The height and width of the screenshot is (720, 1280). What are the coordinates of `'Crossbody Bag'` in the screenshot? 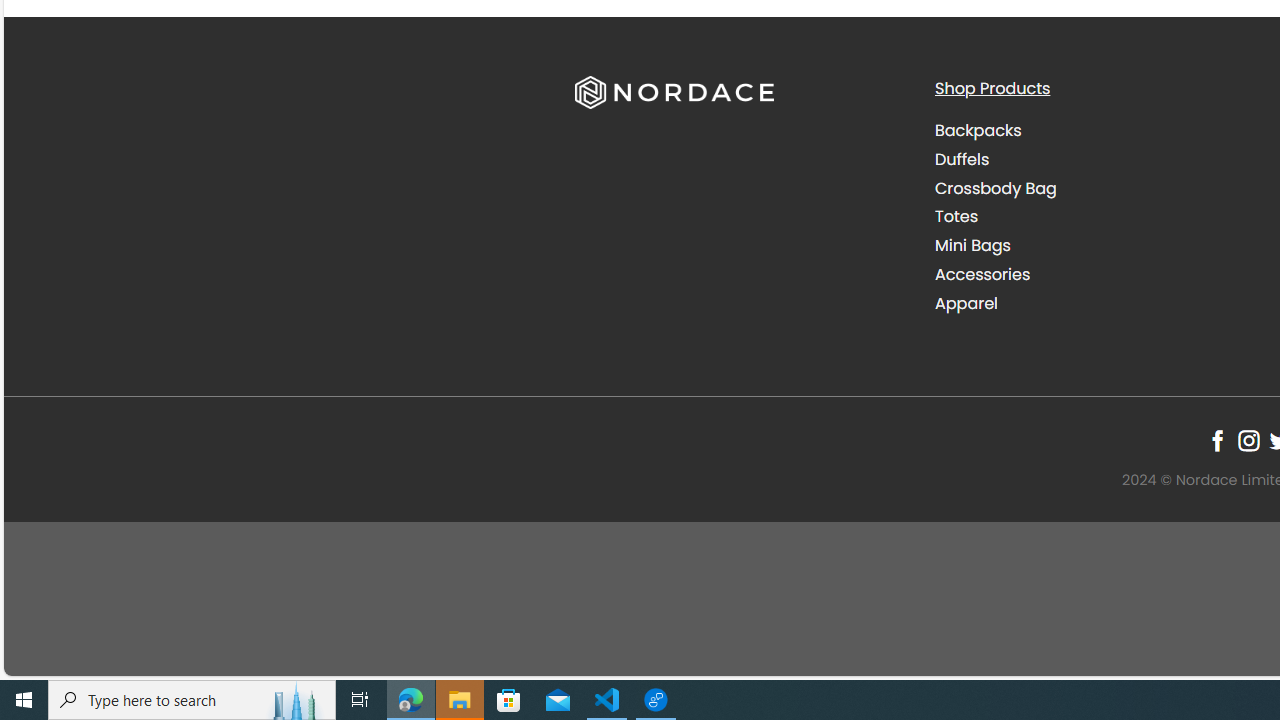 It's located at (995, 187).